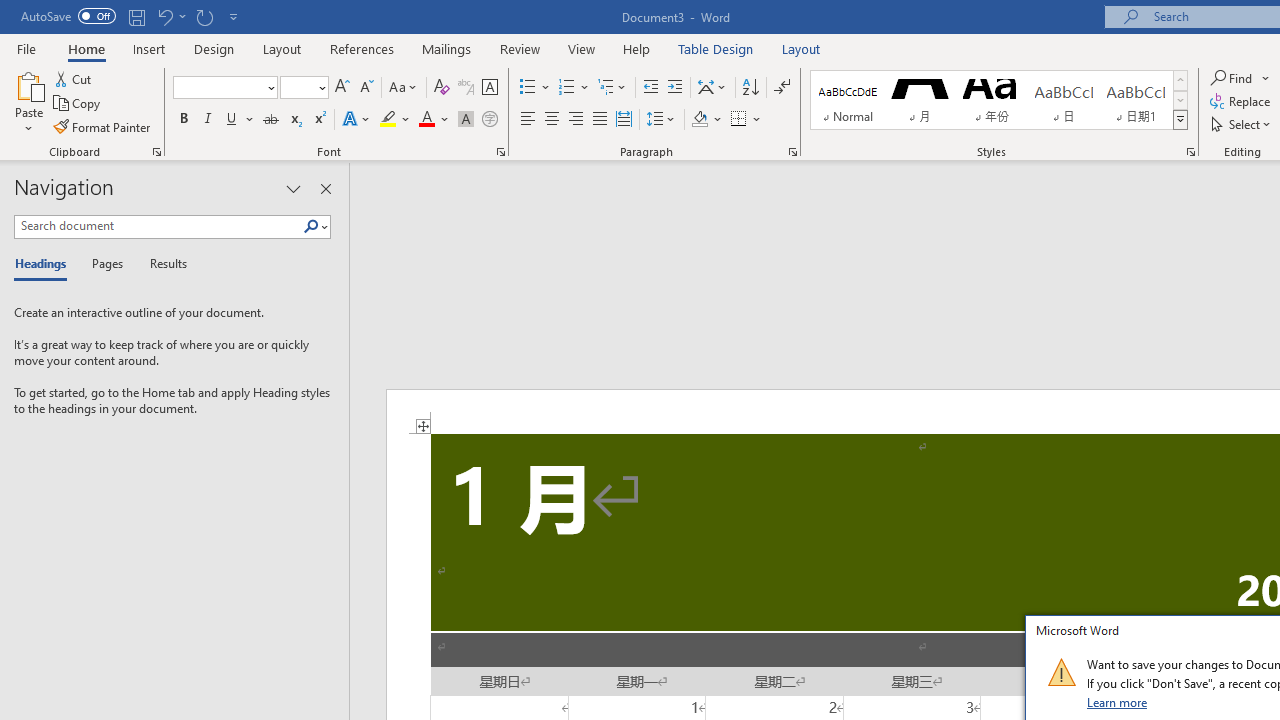 The height and width of the screenshot is (720, 1280). I want to click on 'View', so click(581, 48).